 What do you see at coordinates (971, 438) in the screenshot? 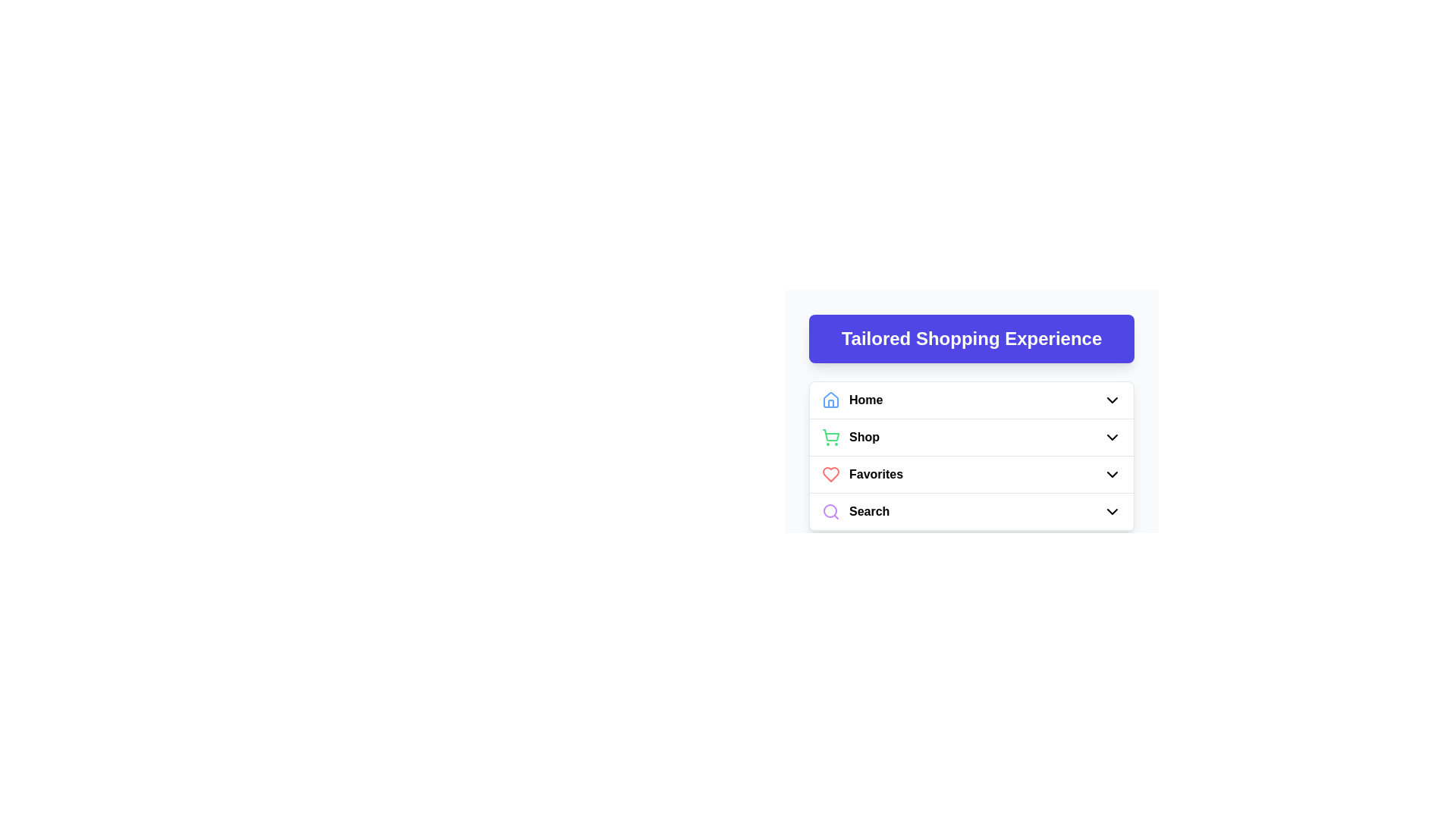
I see `the 'Shop' menu item, which is the second item under 'Tailored Shopping Experience'` at bounding box center [971, 438].